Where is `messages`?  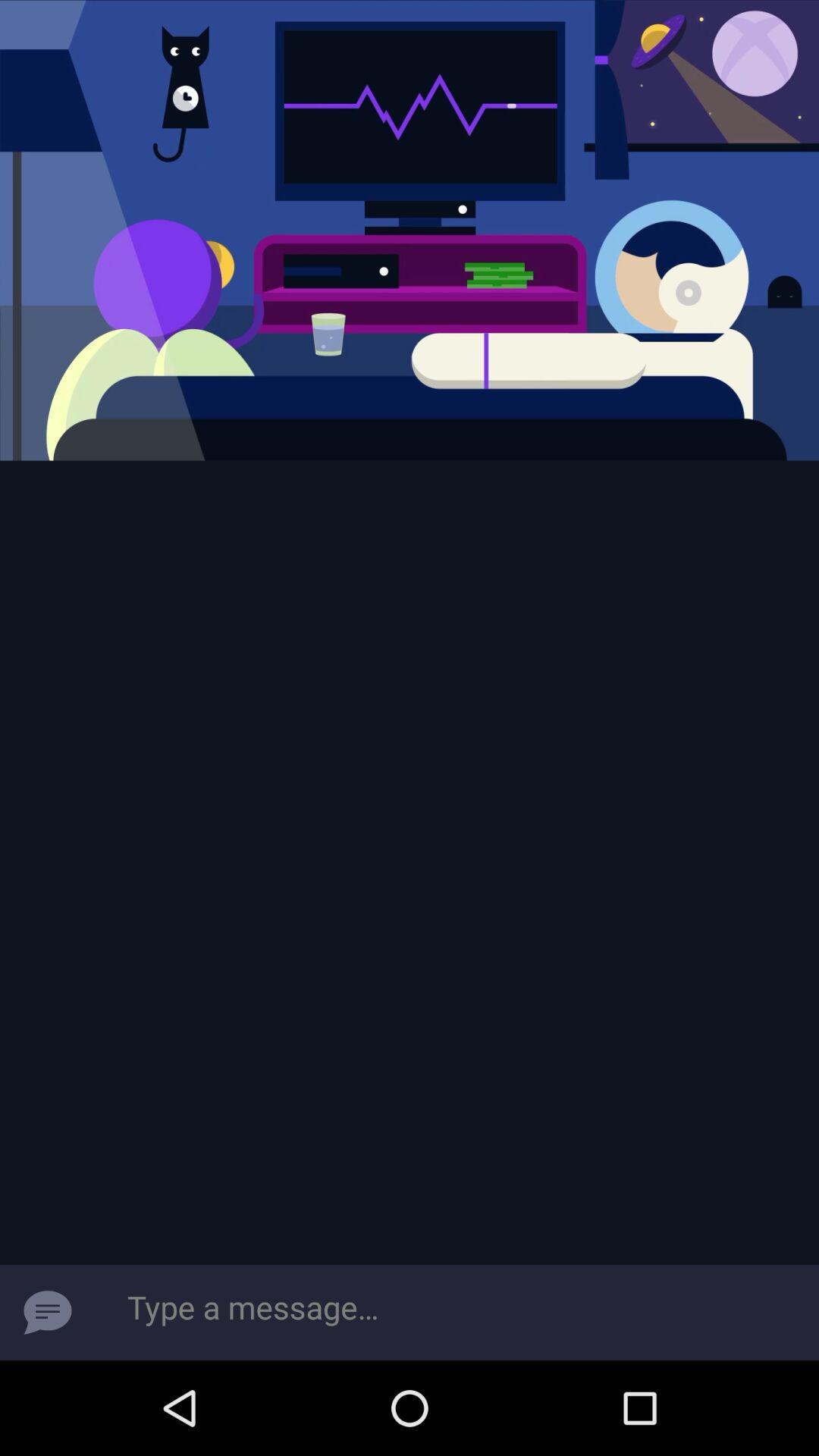
messages is located at coordinates (46, 1312).